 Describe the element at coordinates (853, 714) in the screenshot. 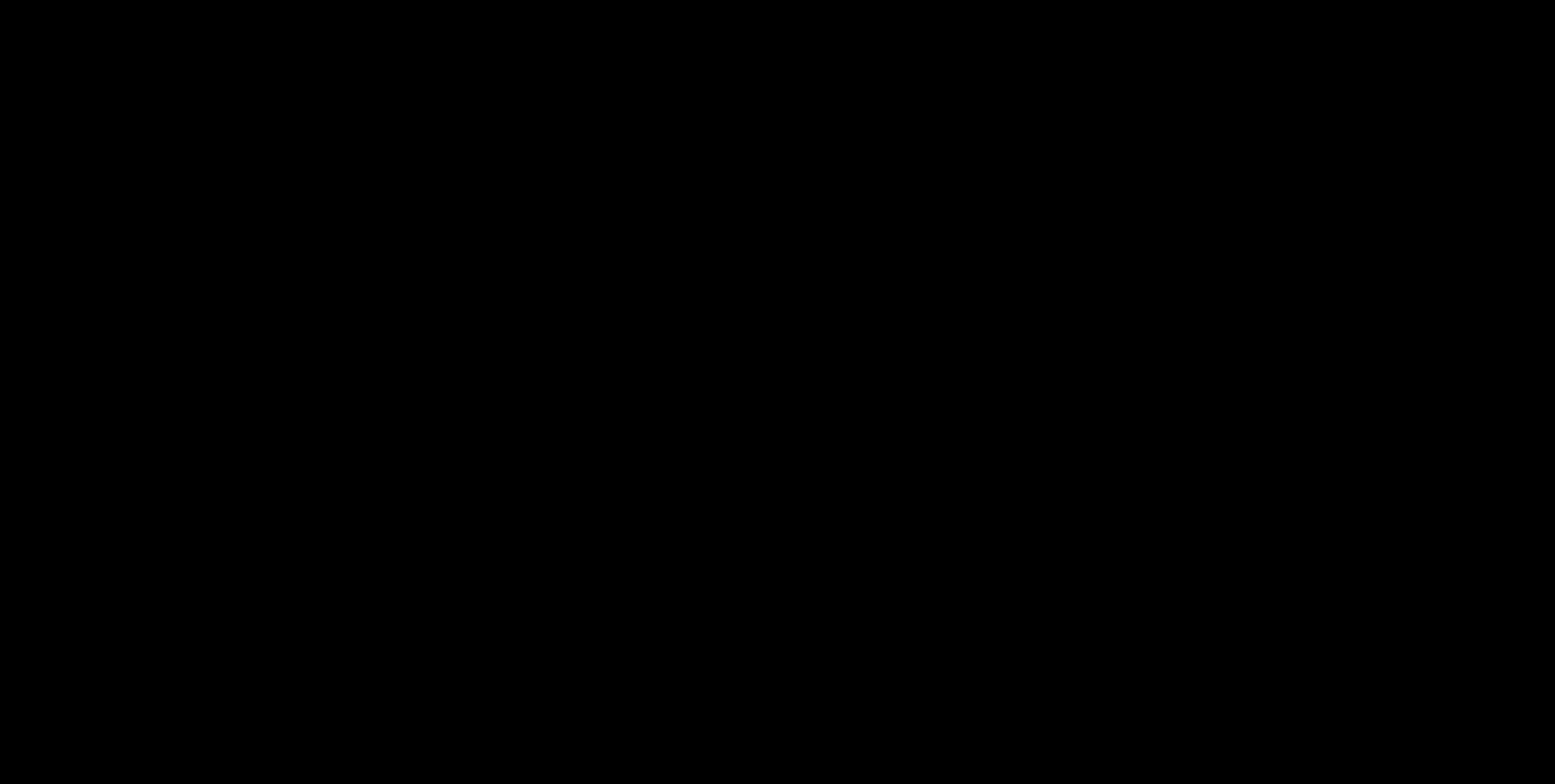

I see `'|  Website by'` at that location.